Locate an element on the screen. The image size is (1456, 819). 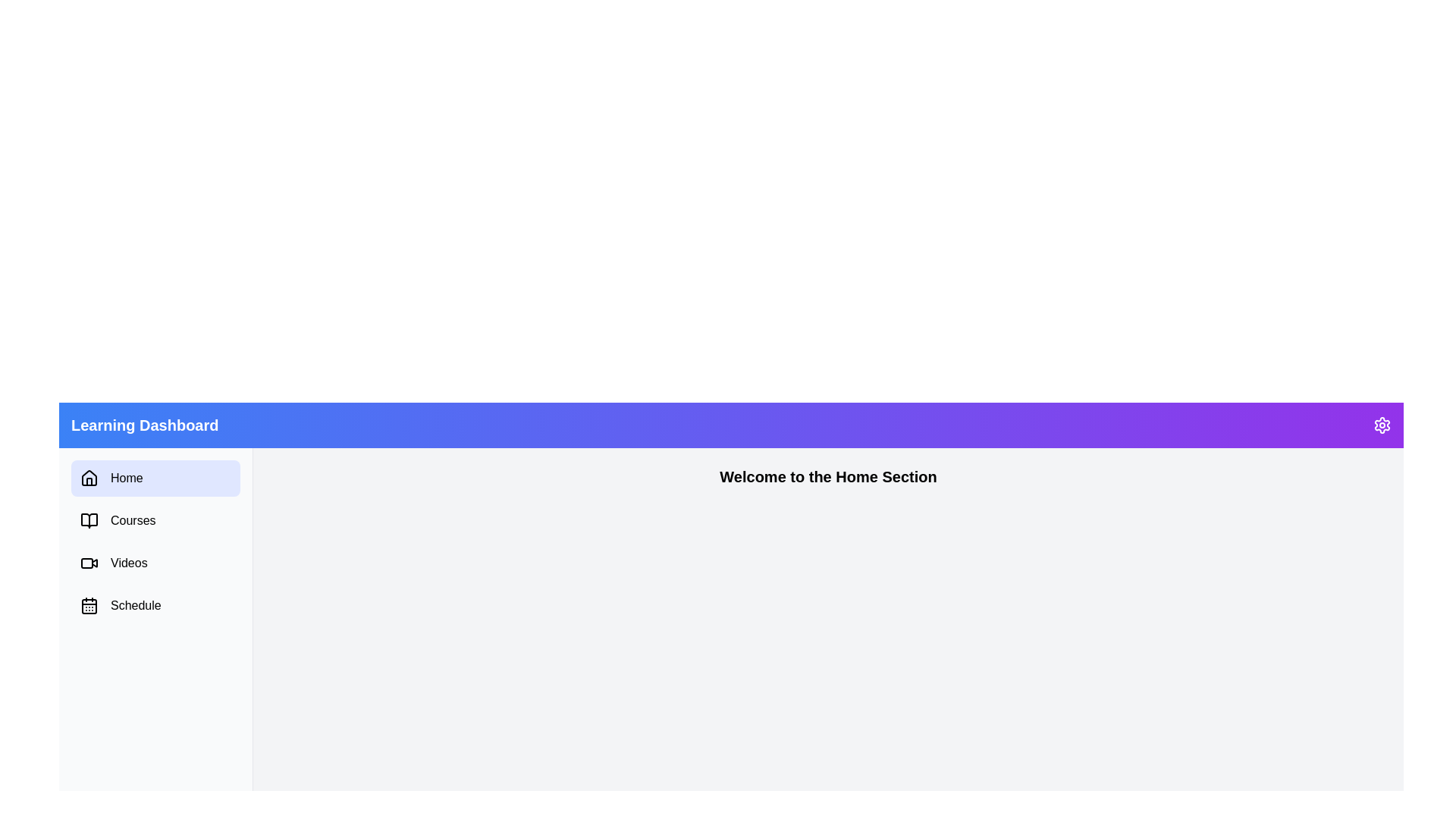
the decorative SVG graphical component that represents a calendar icon in the top-right corner of the navigation menu is located at coordinates (89, 605).